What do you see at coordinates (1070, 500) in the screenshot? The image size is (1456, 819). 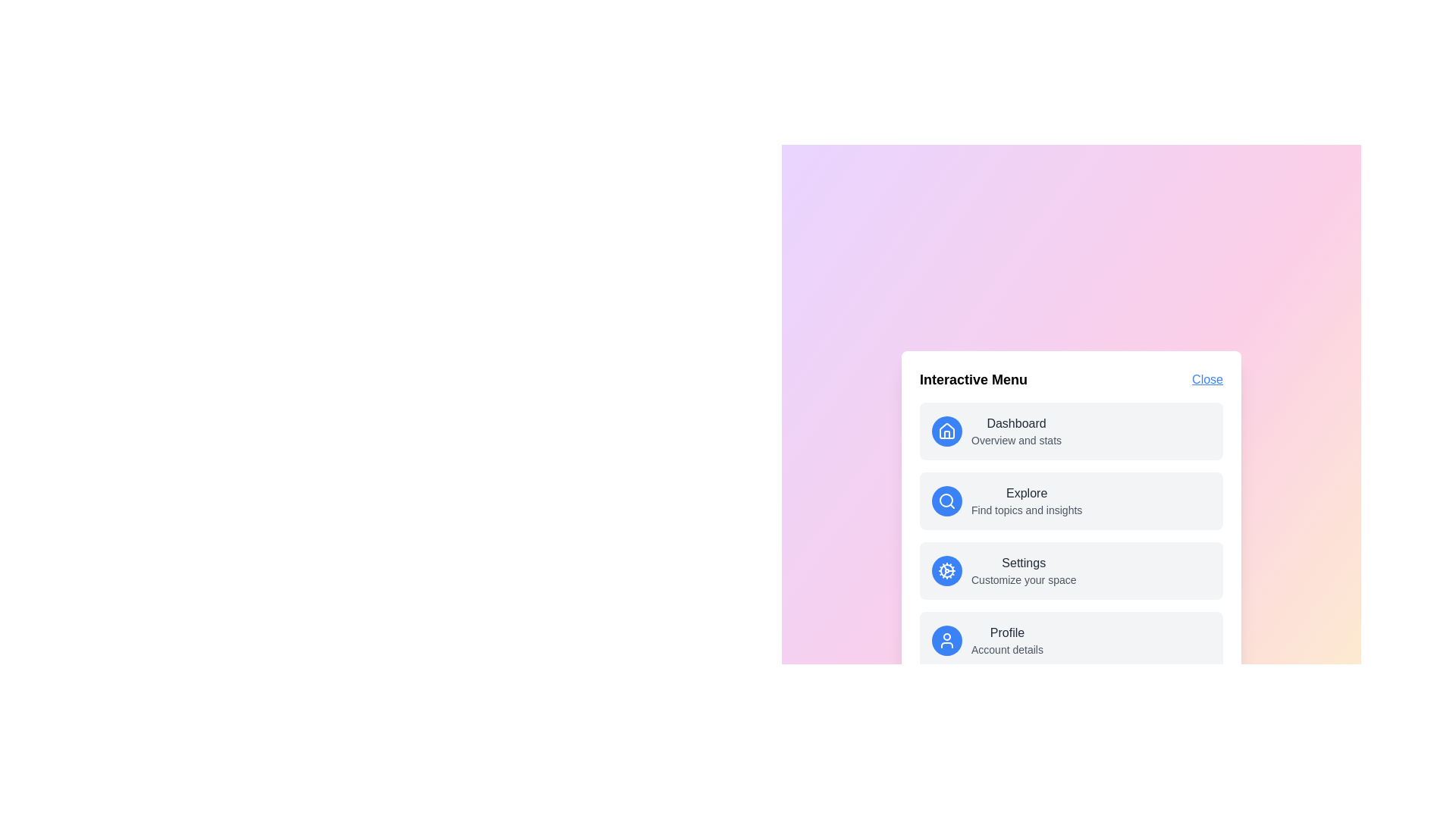 I see `the menu item labeled 'Explore' to observe its hover effects` at bounding box center [1070, 500].